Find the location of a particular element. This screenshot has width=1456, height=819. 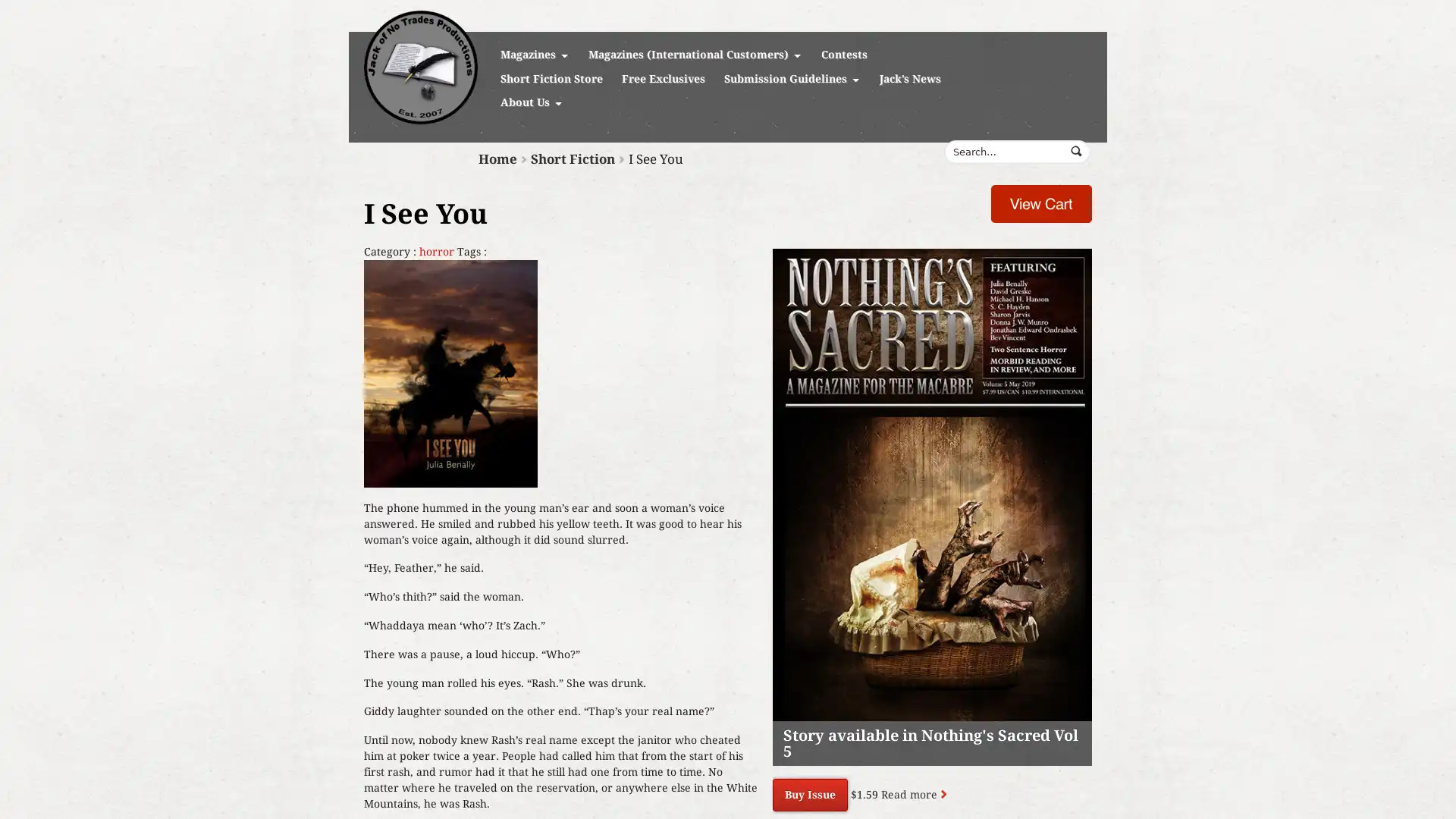

Submit is located at coordinates (1076, 151).